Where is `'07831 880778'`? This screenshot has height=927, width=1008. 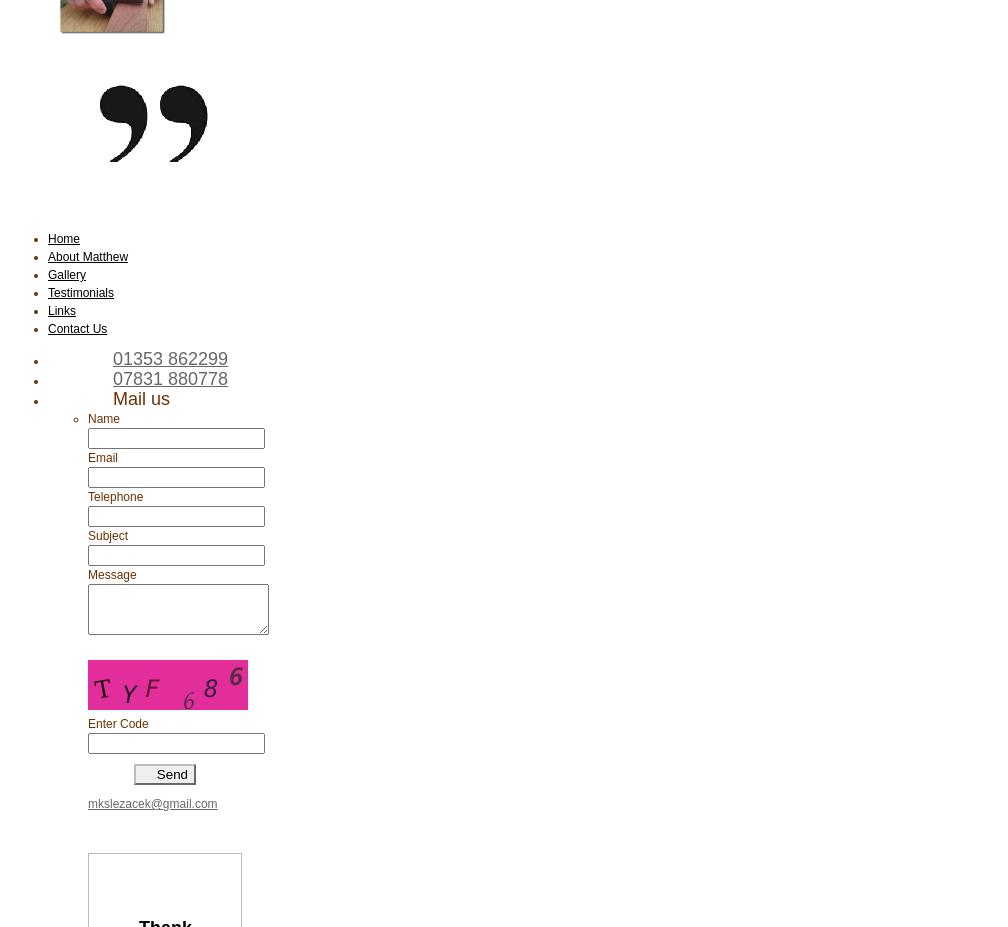
'07831 880778' is located at coordinates (170, 377).